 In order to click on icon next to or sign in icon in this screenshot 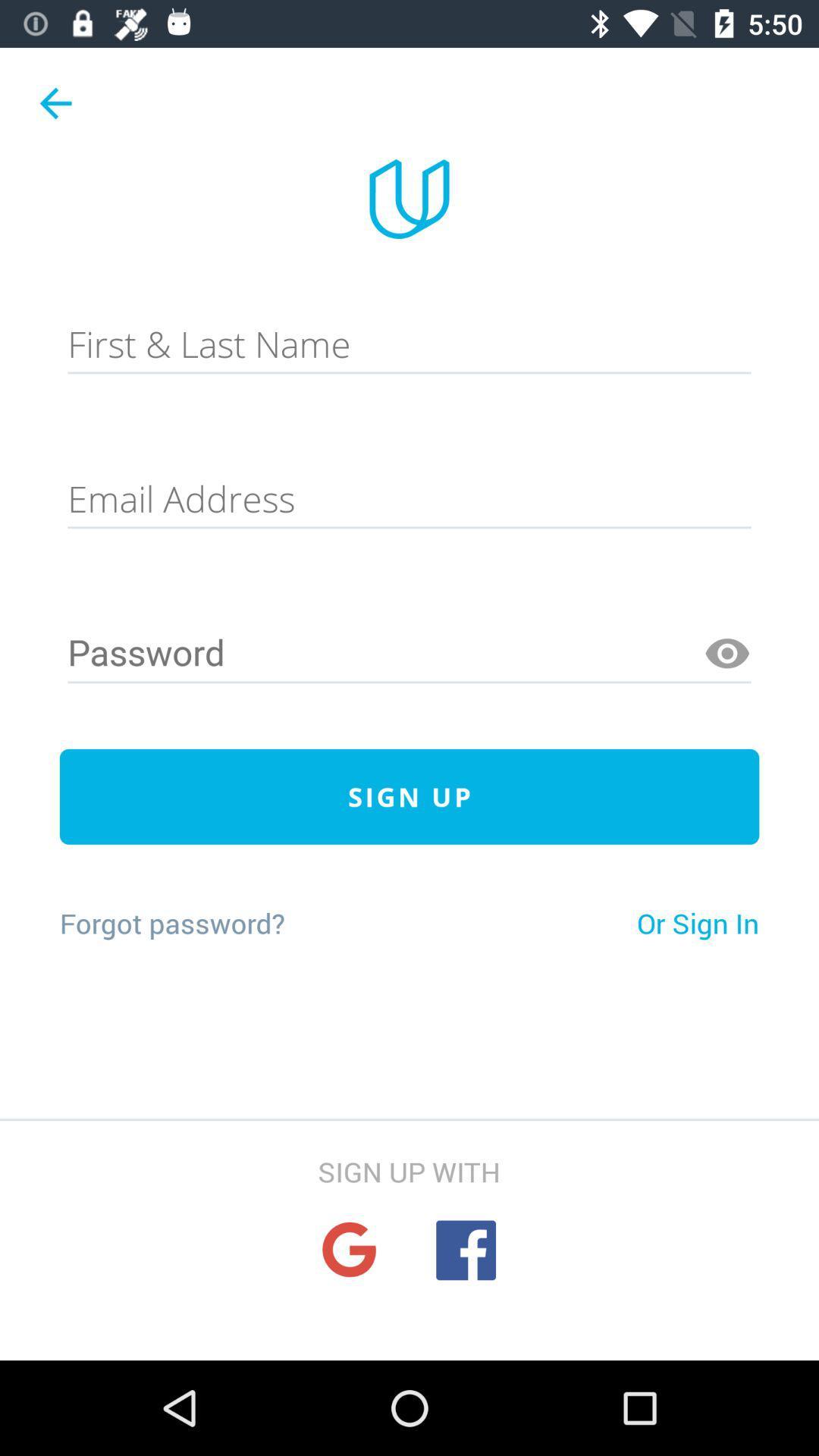, I will do `click(171, 922)`.